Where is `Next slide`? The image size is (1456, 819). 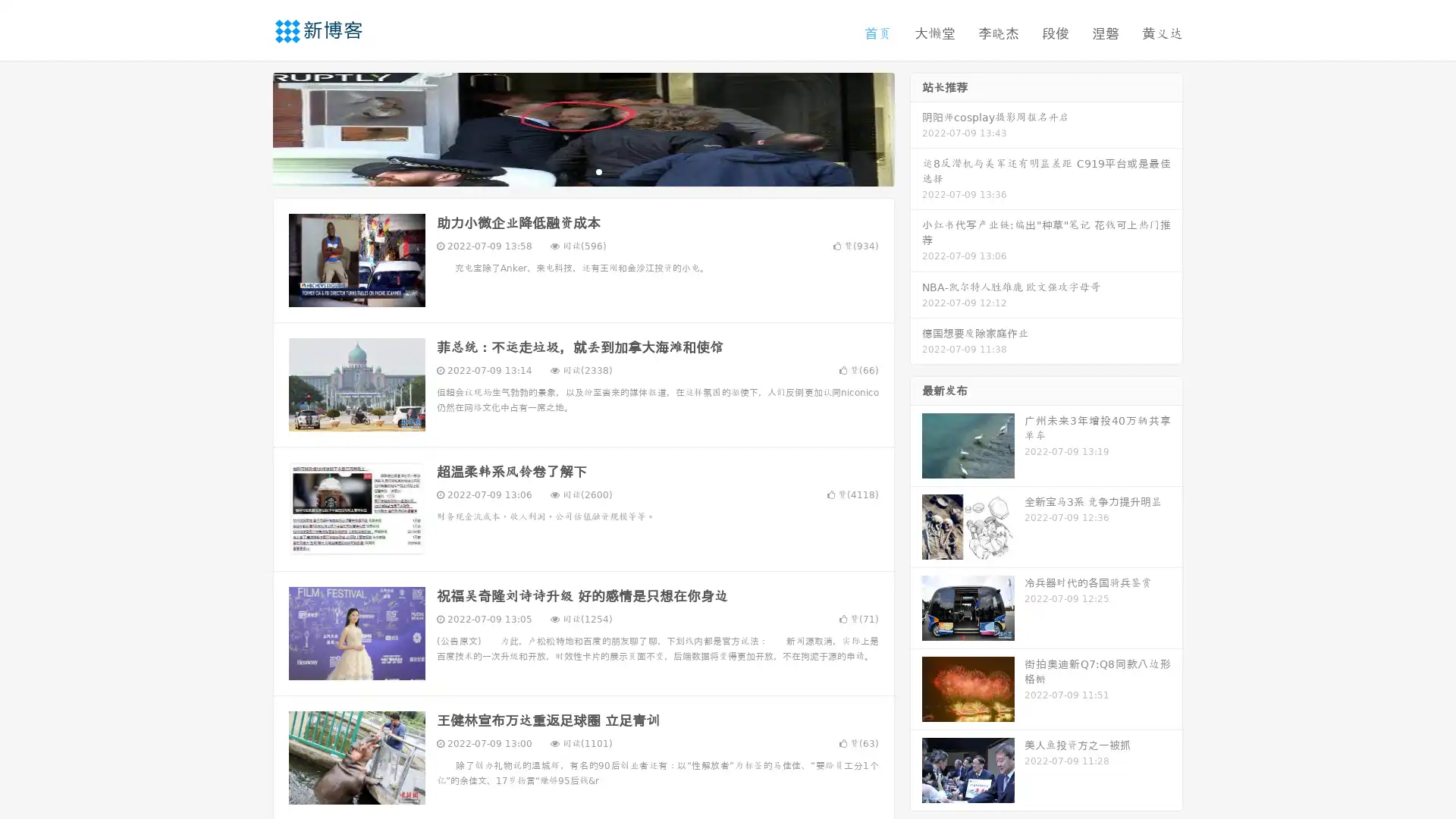 Next slide is located at coordinates (916, 127).